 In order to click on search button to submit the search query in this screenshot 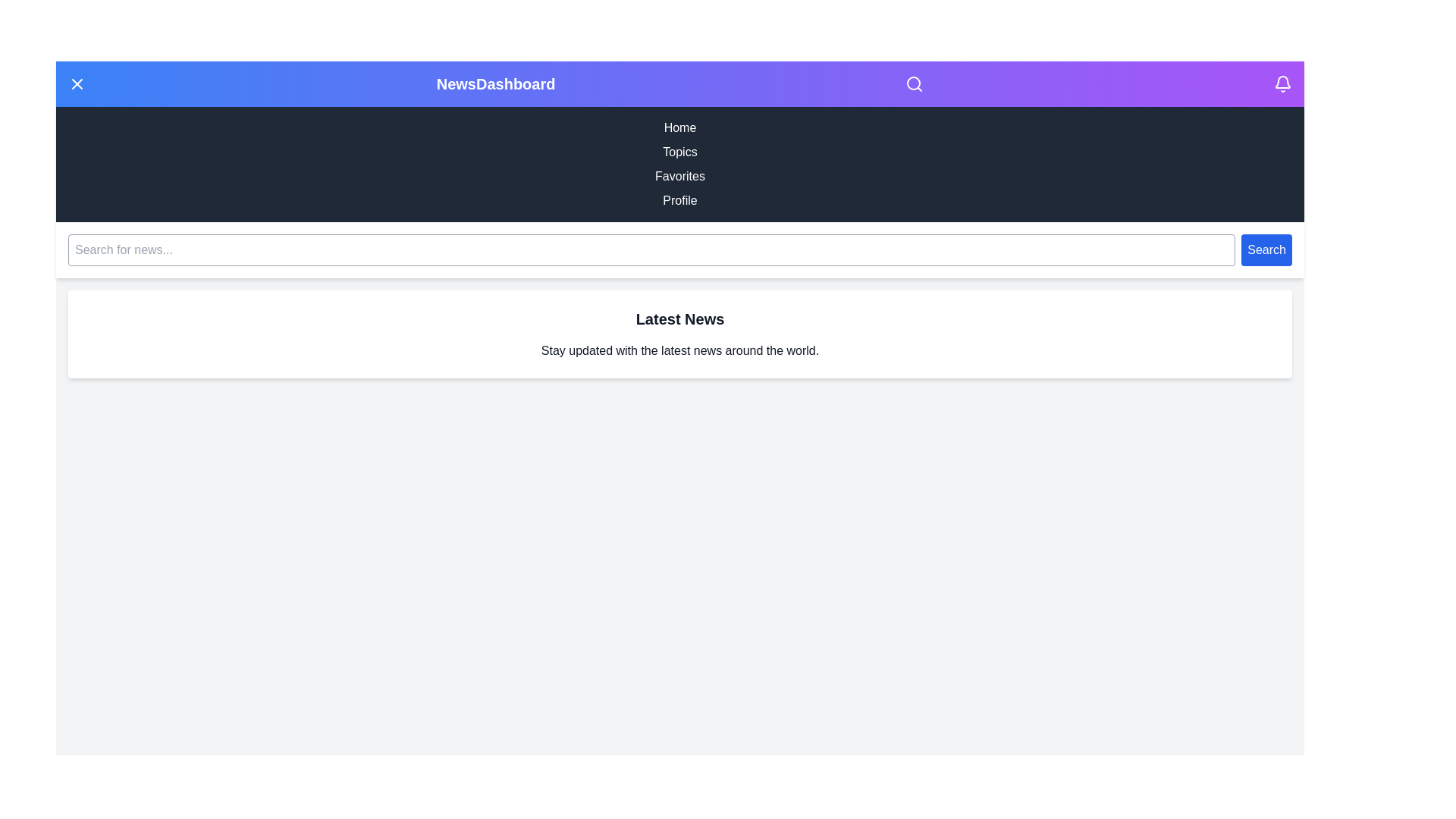, I will do `click(1266, 249)`.